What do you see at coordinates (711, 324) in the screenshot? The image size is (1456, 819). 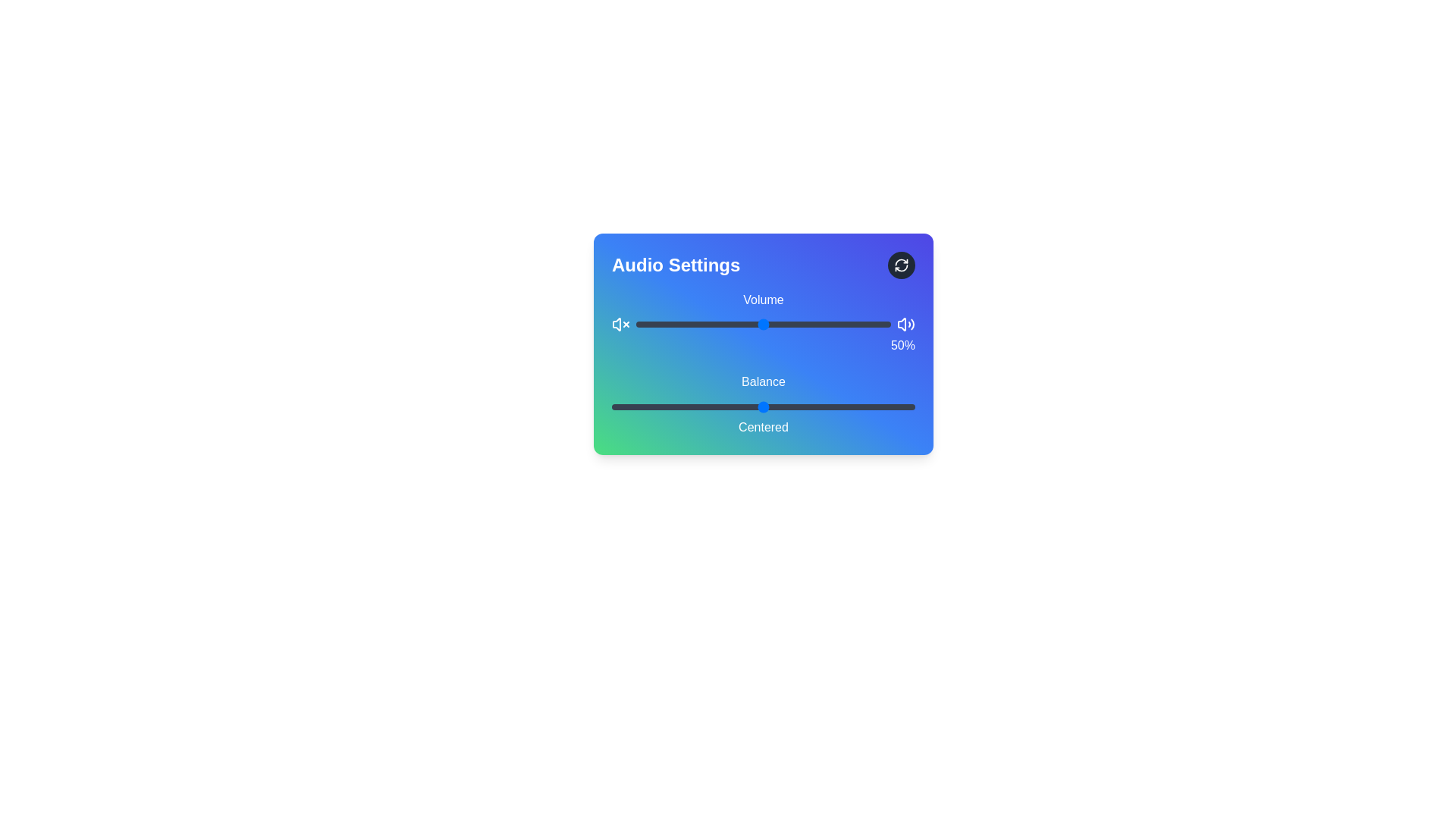 I see `the volume` at bounding box center [711, 324].